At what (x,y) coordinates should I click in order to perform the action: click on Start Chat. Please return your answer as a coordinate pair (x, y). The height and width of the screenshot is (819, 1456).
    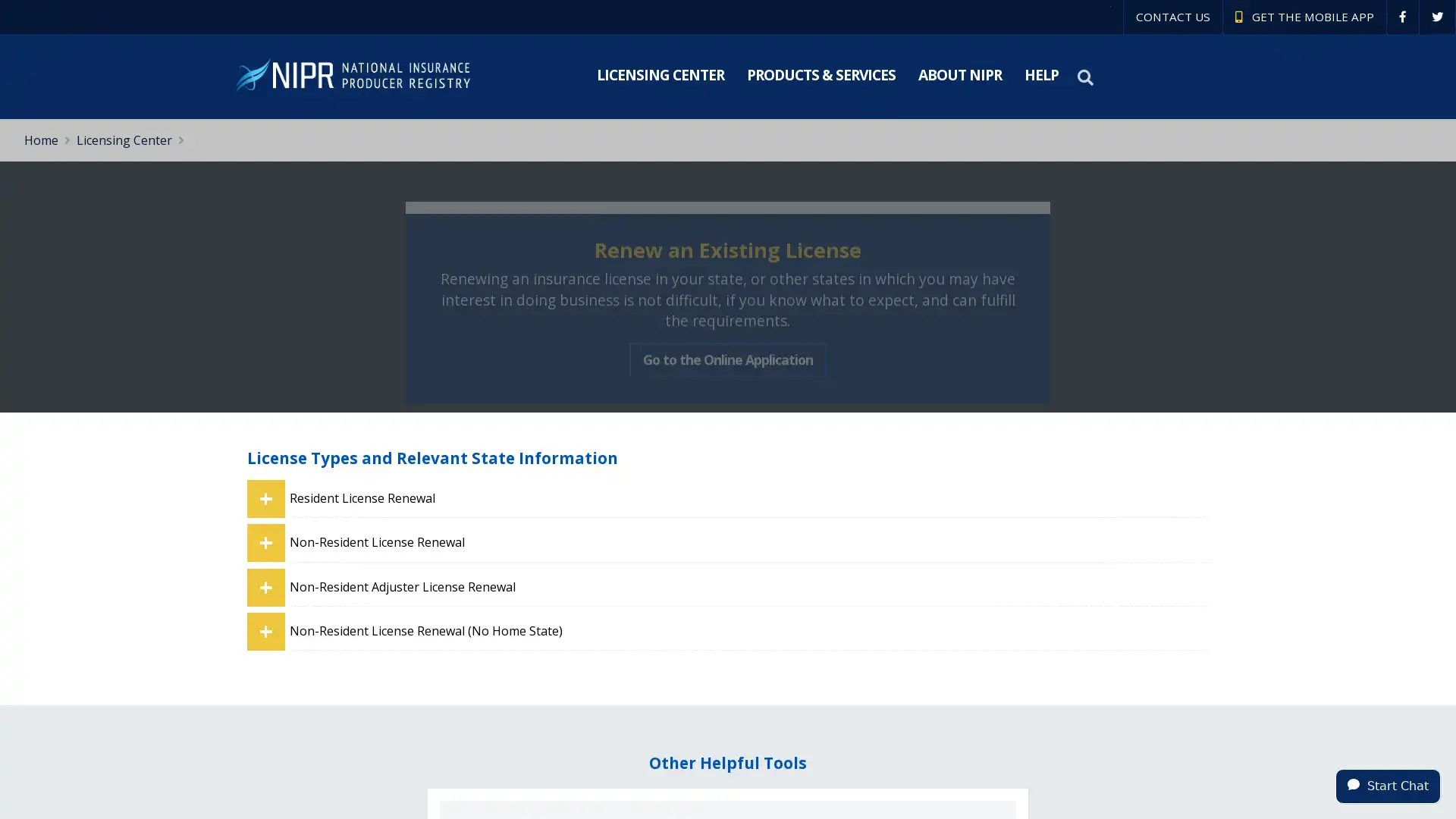
    Looking at the image, I should click on (1388, 785).